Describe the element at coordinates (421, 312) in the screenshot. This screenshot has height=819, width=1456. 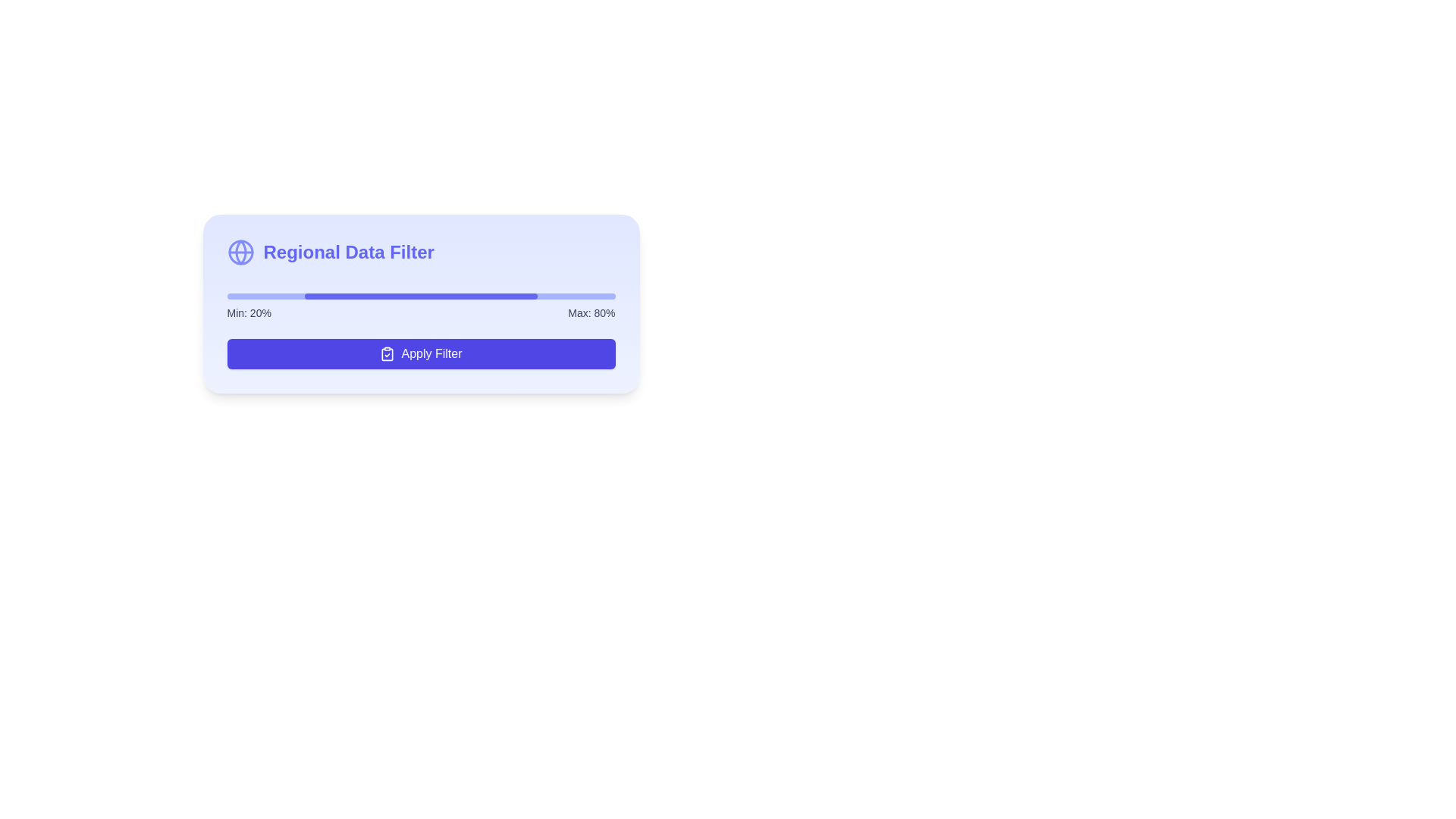
I see `text label displaying 'Min: 20%' on the left and 'Max: 80%' on the right, located below the slider and above the 'Apply Filter' button` at that location.